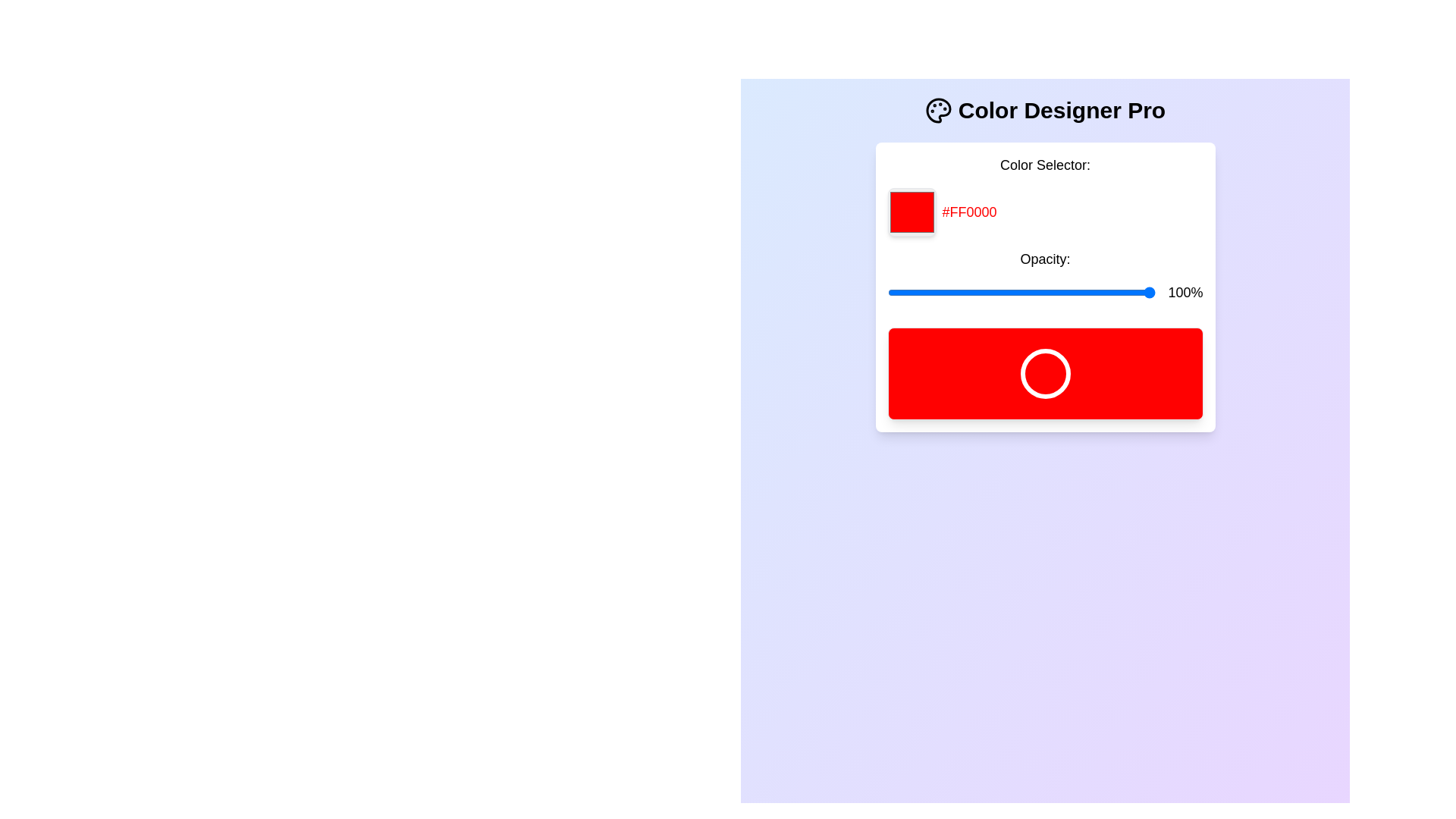 Image resolution: width=1456 pixels, height=819 pixels. I want to click on the opacity slider, so click(1064, 292).